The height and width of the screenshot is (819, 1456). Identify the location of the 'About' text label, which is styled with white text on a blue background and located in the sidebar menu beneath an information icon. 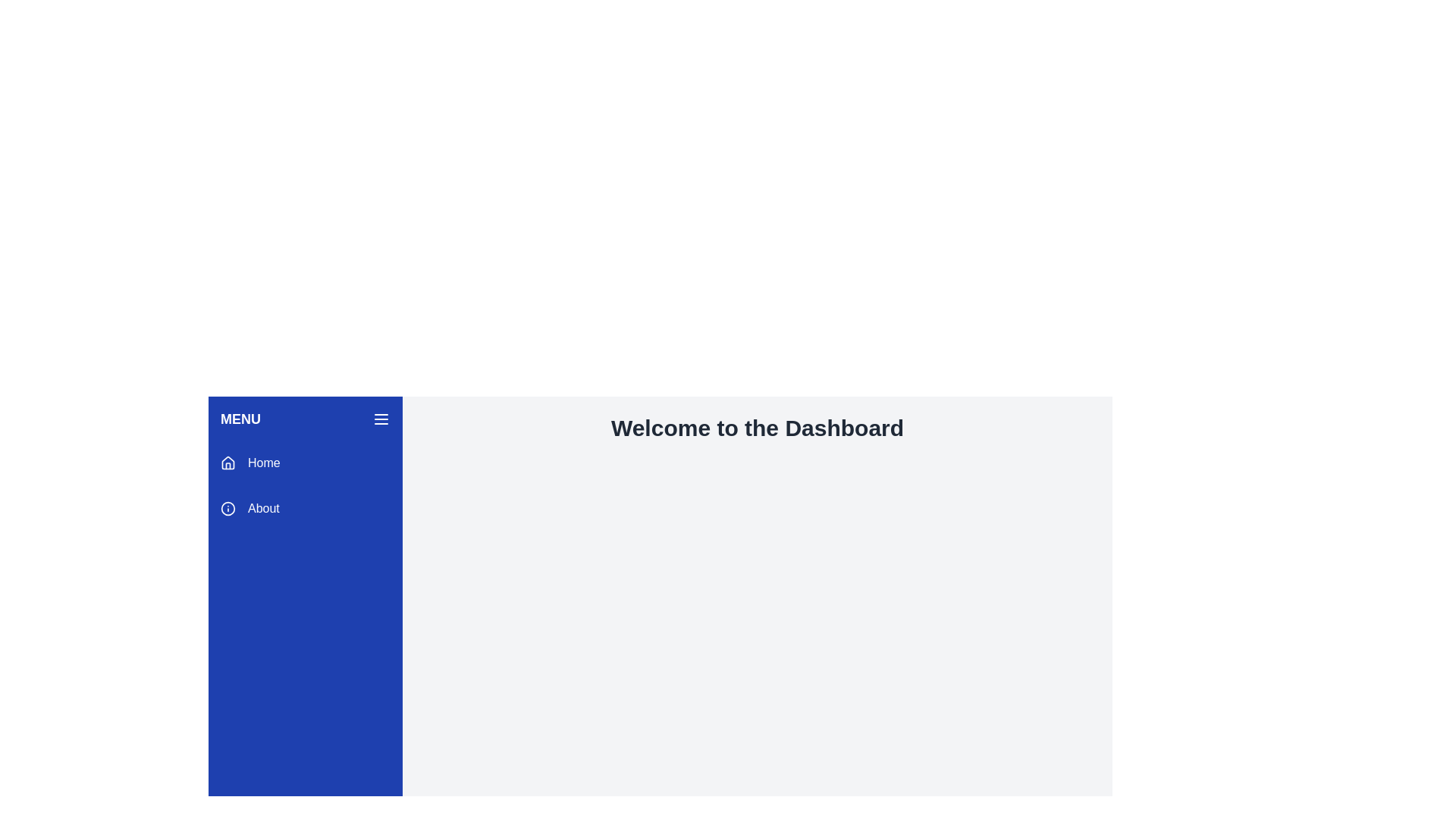
(263, 509).